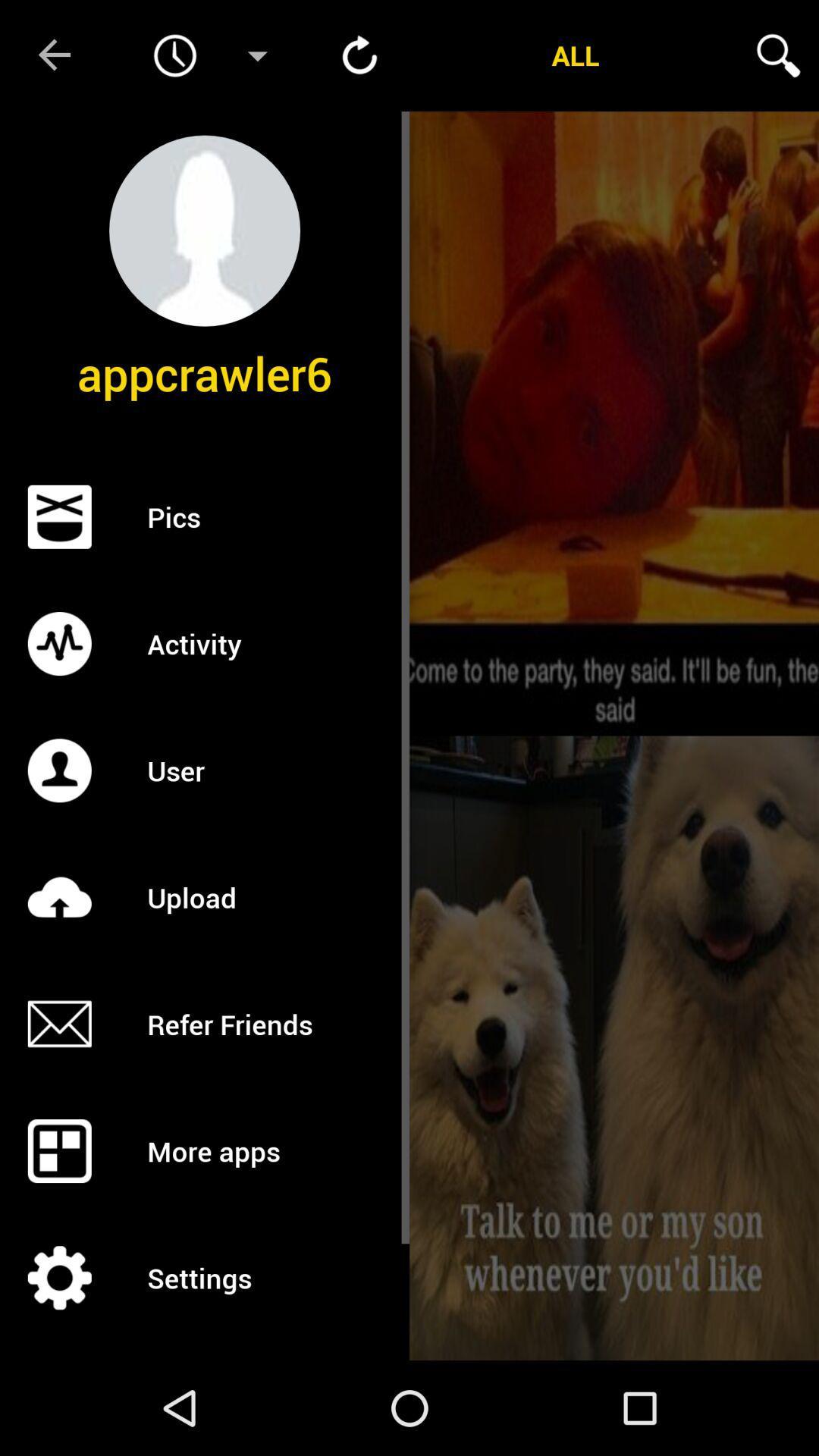  I want to click on search the menu, so click(778, 55).